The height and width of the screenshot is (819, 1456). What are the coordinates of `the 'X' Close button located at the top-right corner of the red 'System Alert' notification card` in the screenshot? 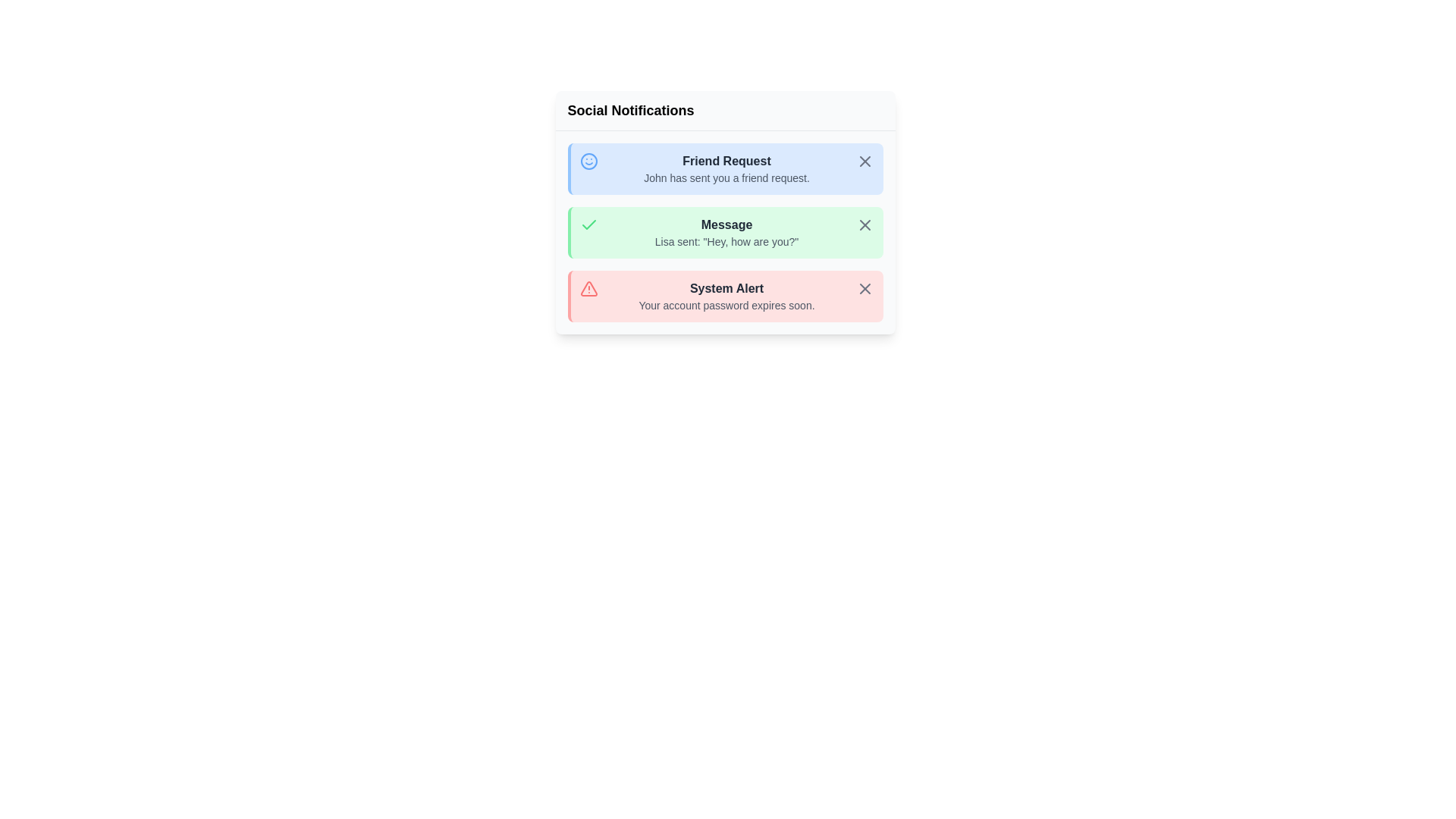 It's located at (864, 289).